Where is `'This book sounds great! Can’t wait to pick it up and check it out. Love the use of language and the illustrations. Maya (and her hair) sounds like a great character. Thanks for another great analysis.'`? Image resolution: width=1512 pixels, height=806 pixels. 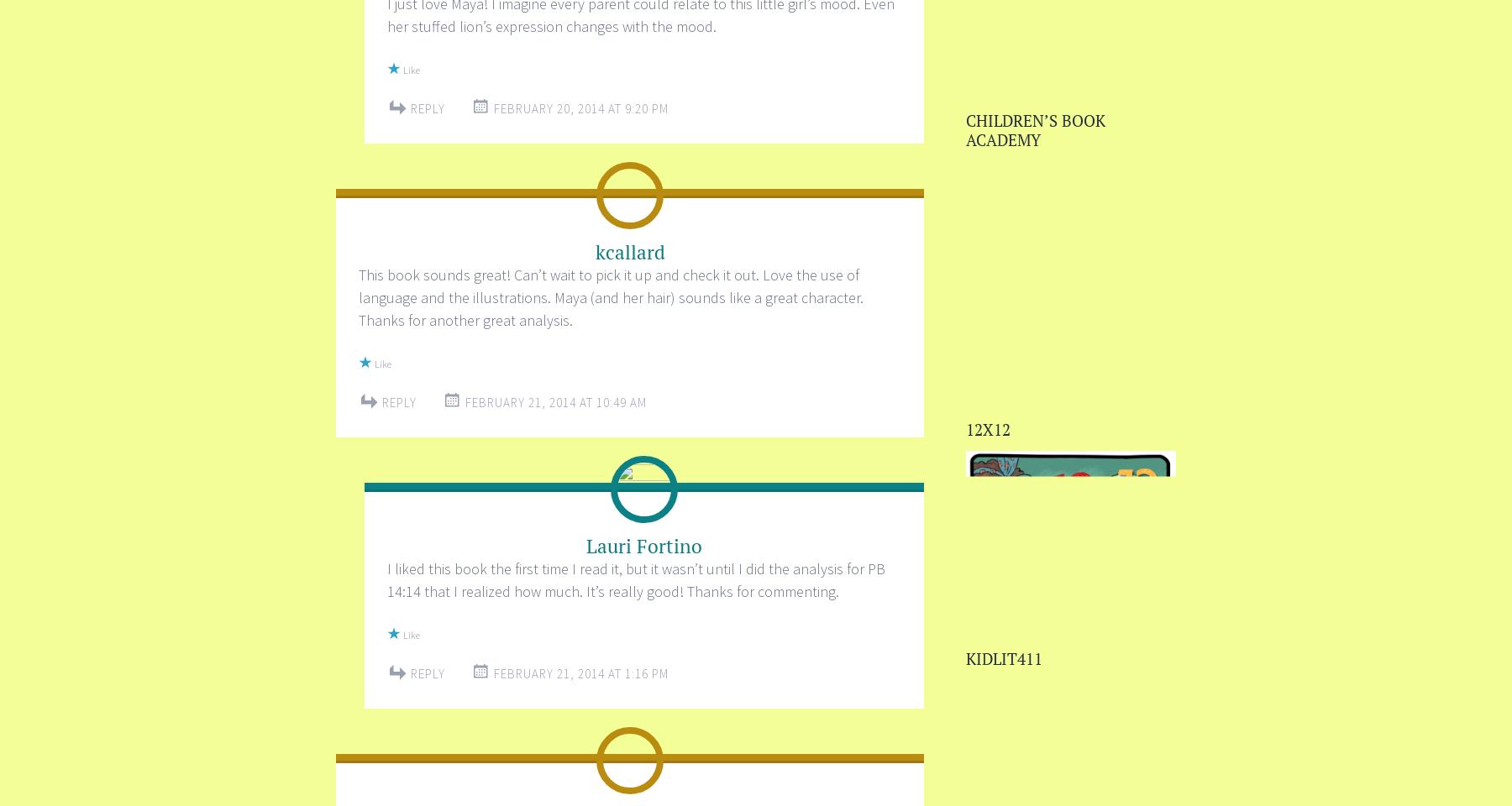
'This book sounds great! Can’t wait to pick it up and check it out. Love the use of language and the illustrations. Maya (and her hair) sounds like a great character. Thanks for another great analysis.' is located at coordinates (610, 297).